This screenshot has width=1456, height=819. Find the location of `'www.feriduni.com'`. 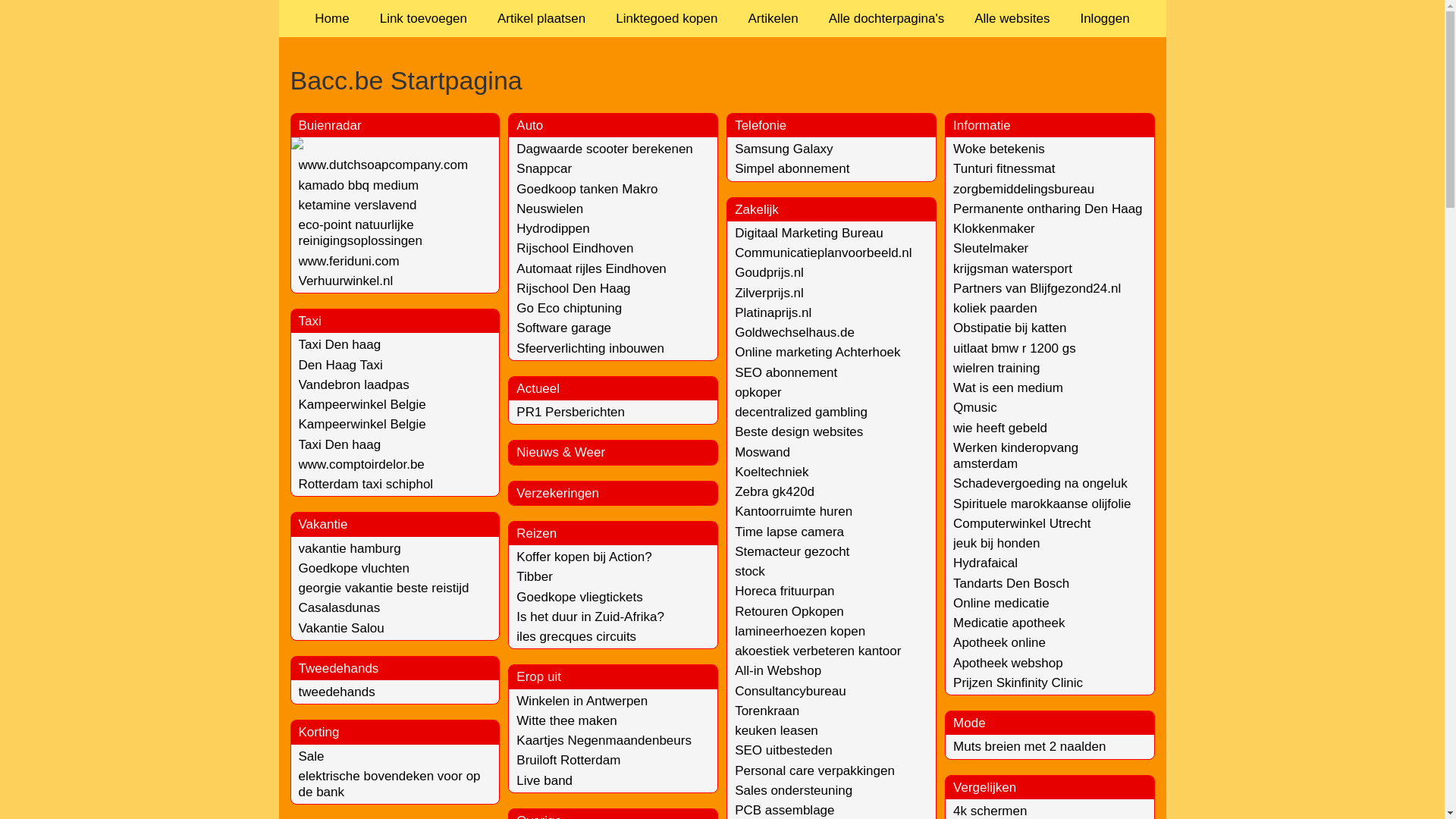

'www.feriduni.com' is located at coordinates (348, 260).